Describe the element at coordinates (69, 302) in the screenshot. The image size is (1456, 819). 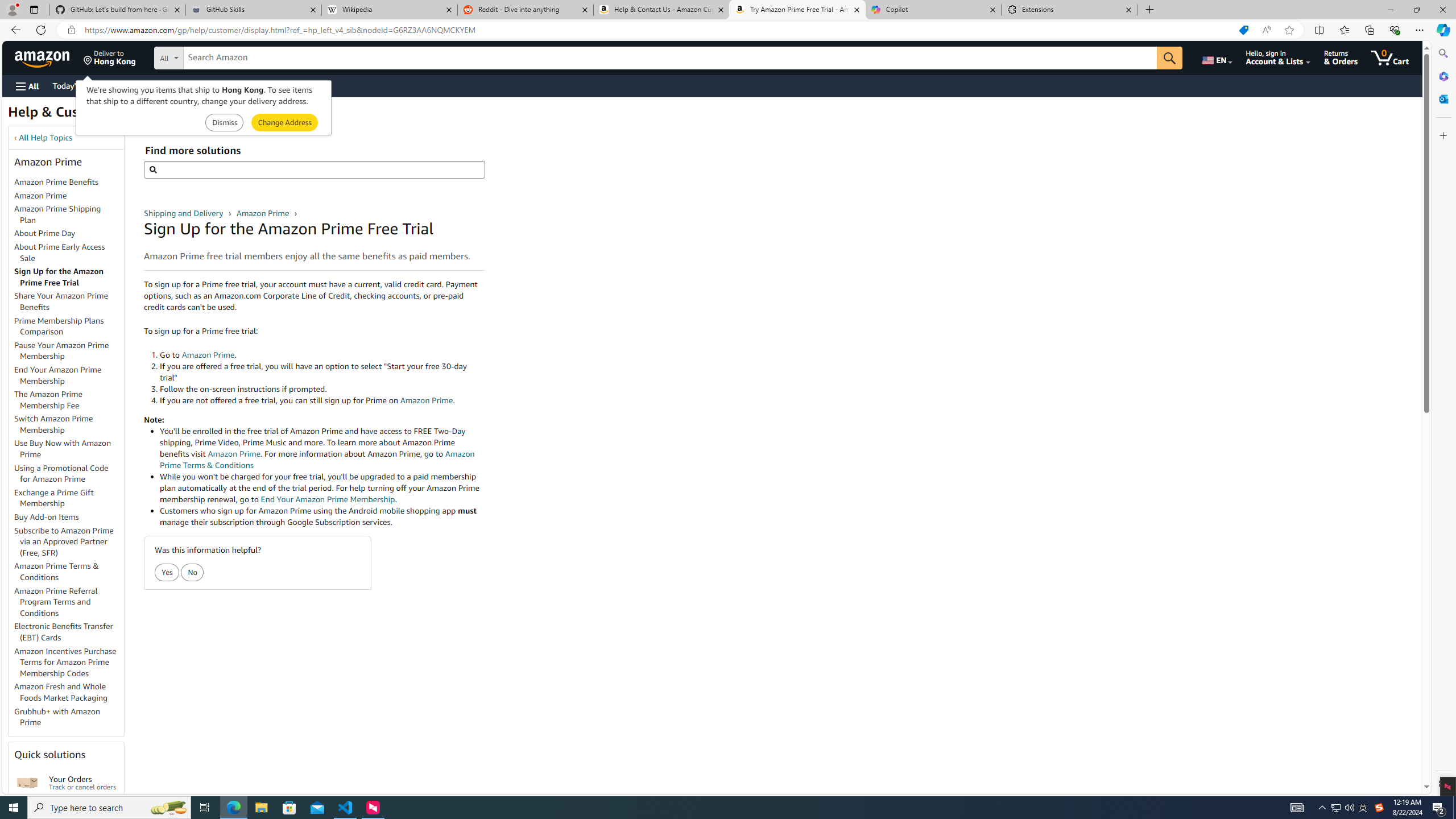
I see `'Share Your Amazon Prime Benefits'` at that location.